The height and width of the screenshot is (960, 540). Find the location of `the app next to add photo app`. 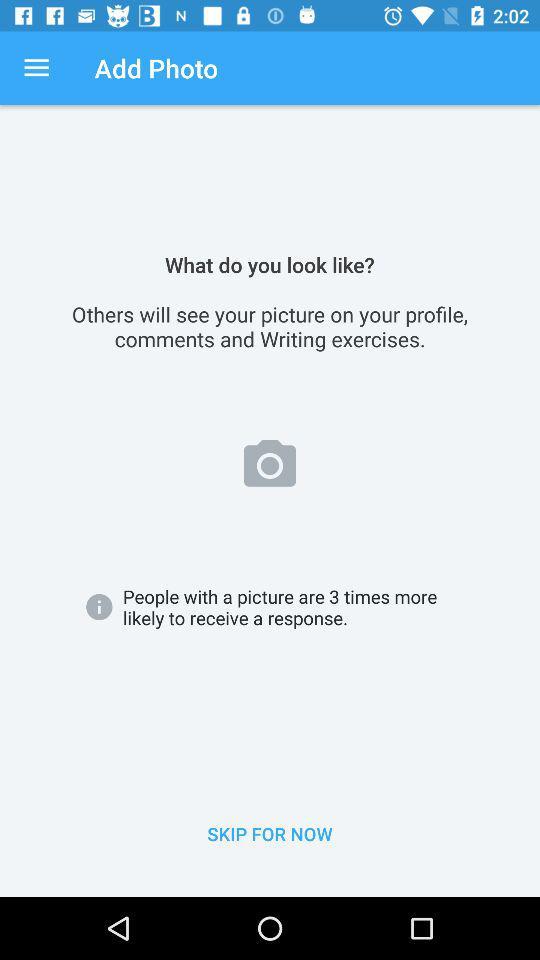

the app next to add photo app is located at coordinates (36, 68).